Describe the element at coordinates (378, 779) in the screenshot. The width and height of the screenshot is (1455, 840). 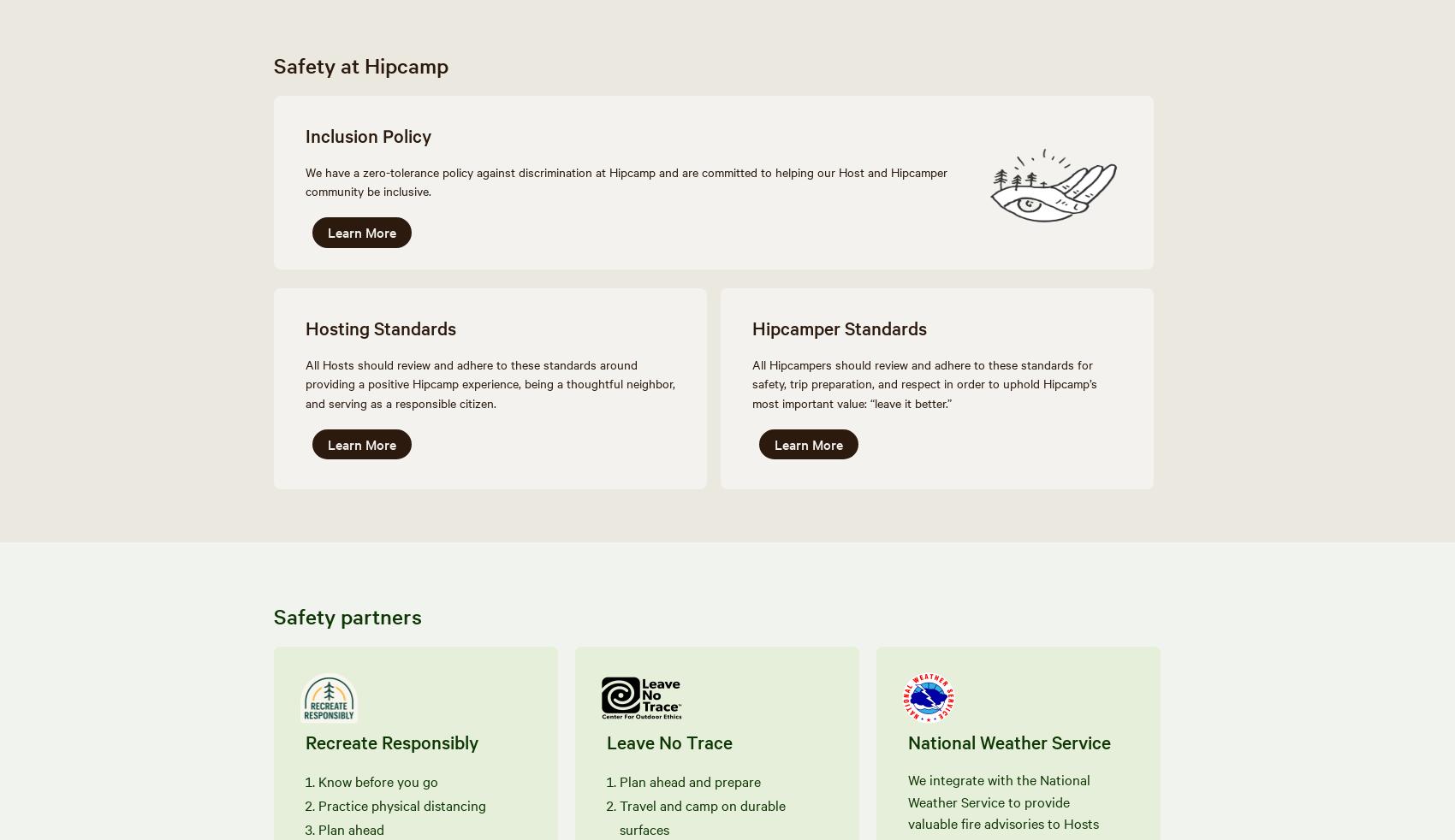
I see `'Know before you go'` at that location.